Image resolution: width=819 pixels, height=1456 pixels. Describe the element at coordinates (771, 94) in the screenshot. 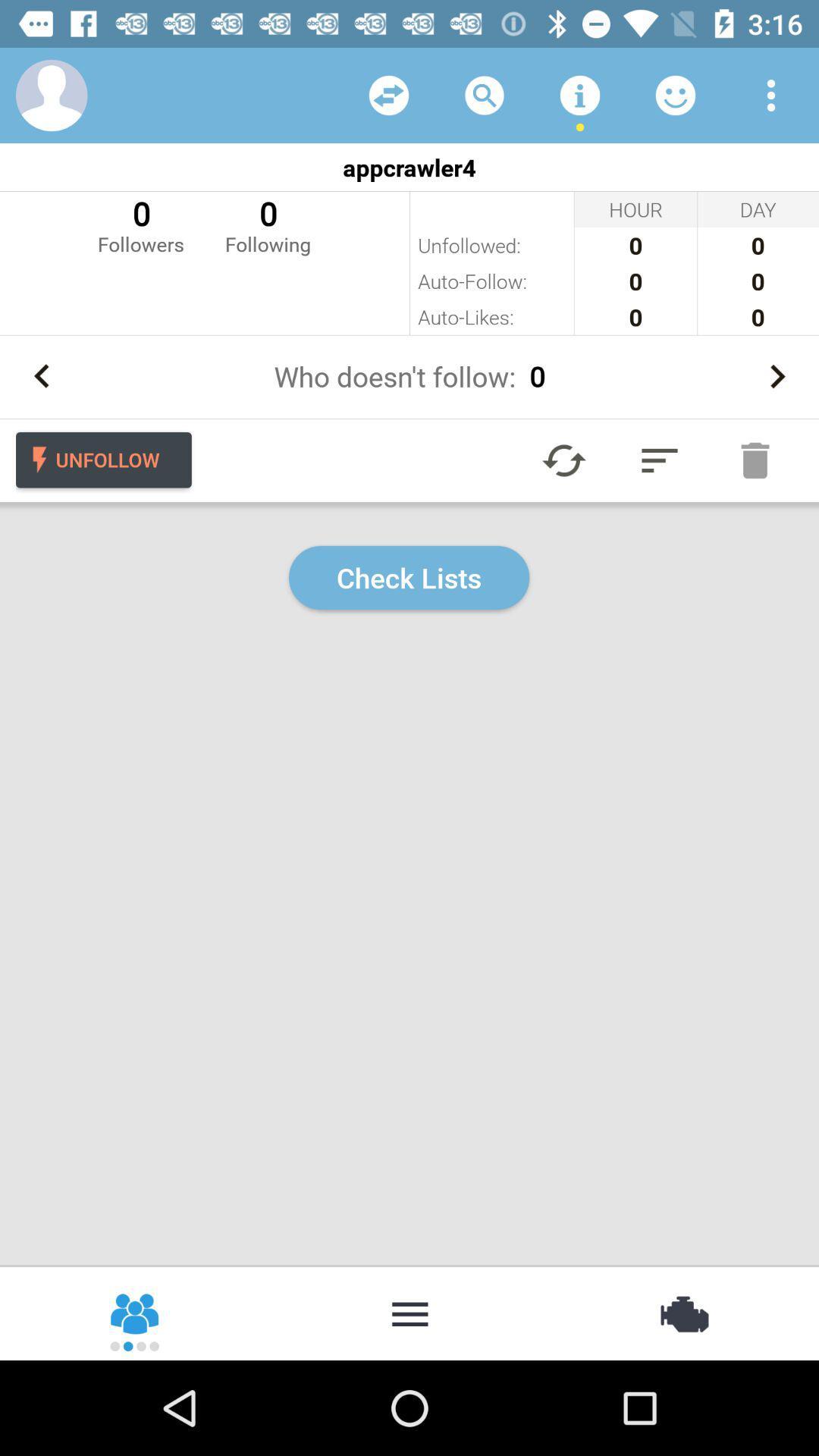

I see `see more options` at that location.